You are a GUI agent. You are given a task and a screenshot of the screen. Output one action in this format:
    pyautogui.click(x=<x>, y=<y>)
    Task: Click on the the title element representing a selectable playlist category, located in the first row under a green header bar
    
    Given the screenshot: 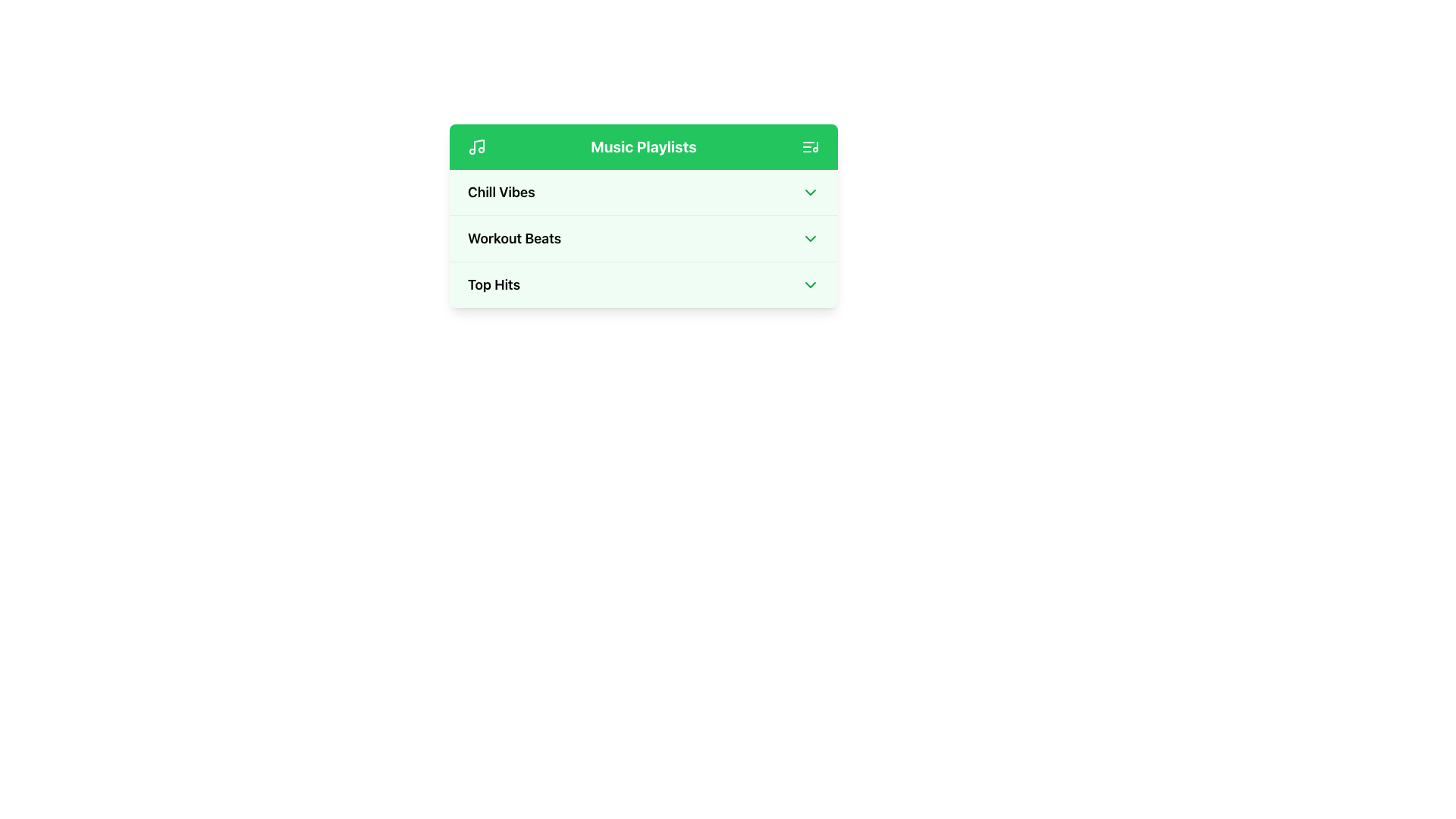 What is the action you would take?
    pyautogui.click(x=501, y=192)
    